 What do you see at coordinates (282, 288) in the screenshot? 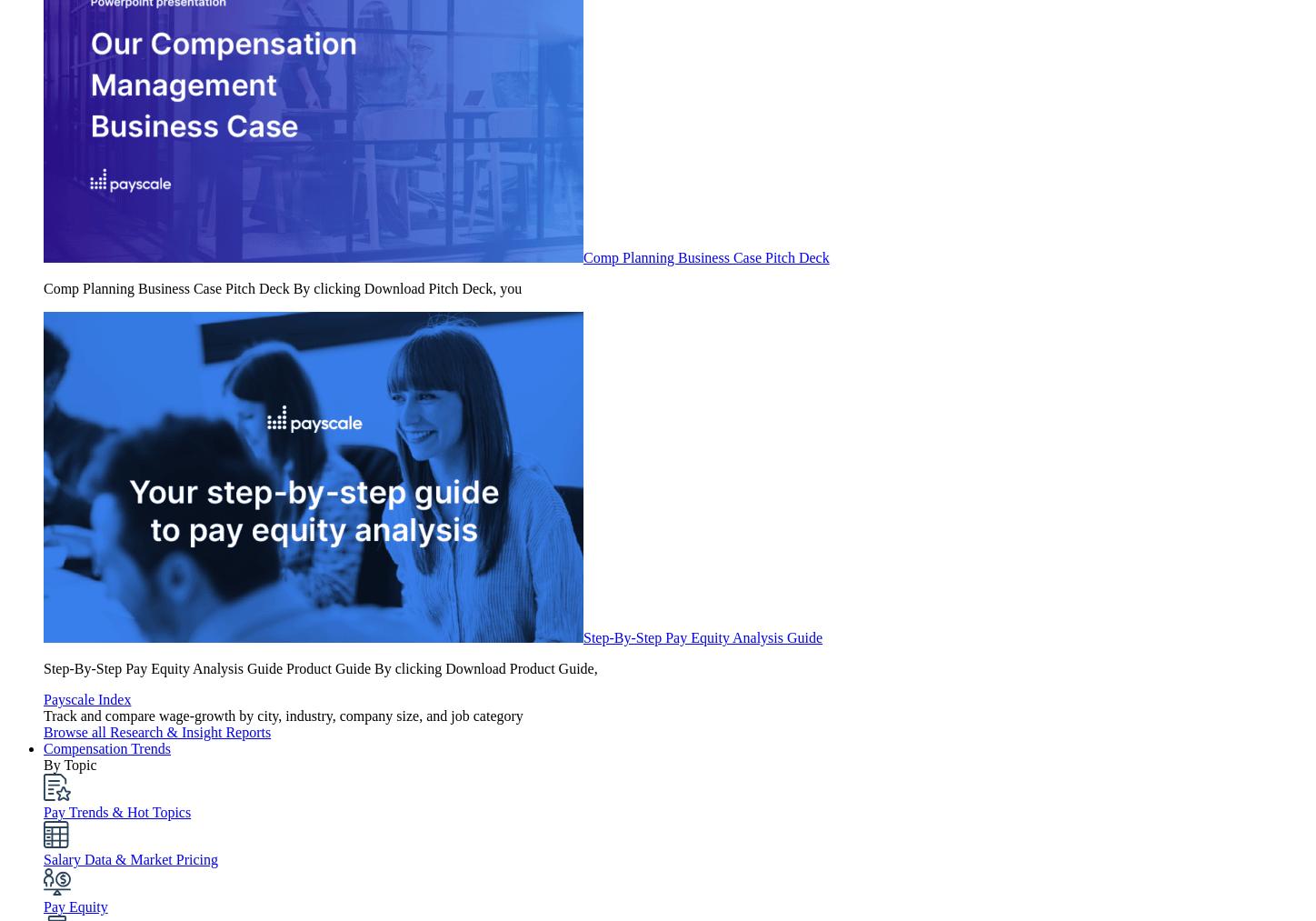
I see `'Comp Planning Business Case Pitch Deck By clicking Download Pitch Deck, you'` at bounding box center [282, 288].